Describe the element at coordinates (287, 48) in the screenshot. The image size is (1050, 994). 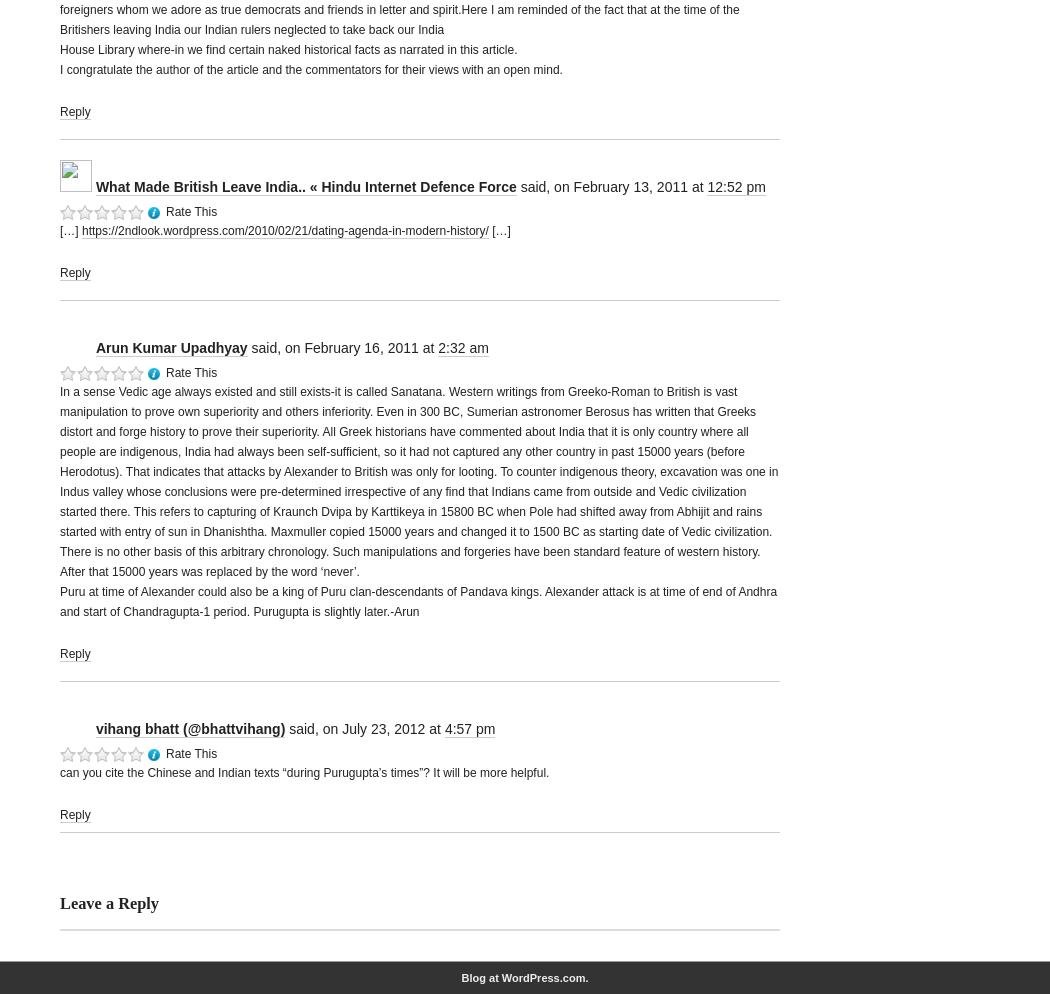
I see `'House Library where-in we find certain naked historical facts as narrated in this article.'` at that location.